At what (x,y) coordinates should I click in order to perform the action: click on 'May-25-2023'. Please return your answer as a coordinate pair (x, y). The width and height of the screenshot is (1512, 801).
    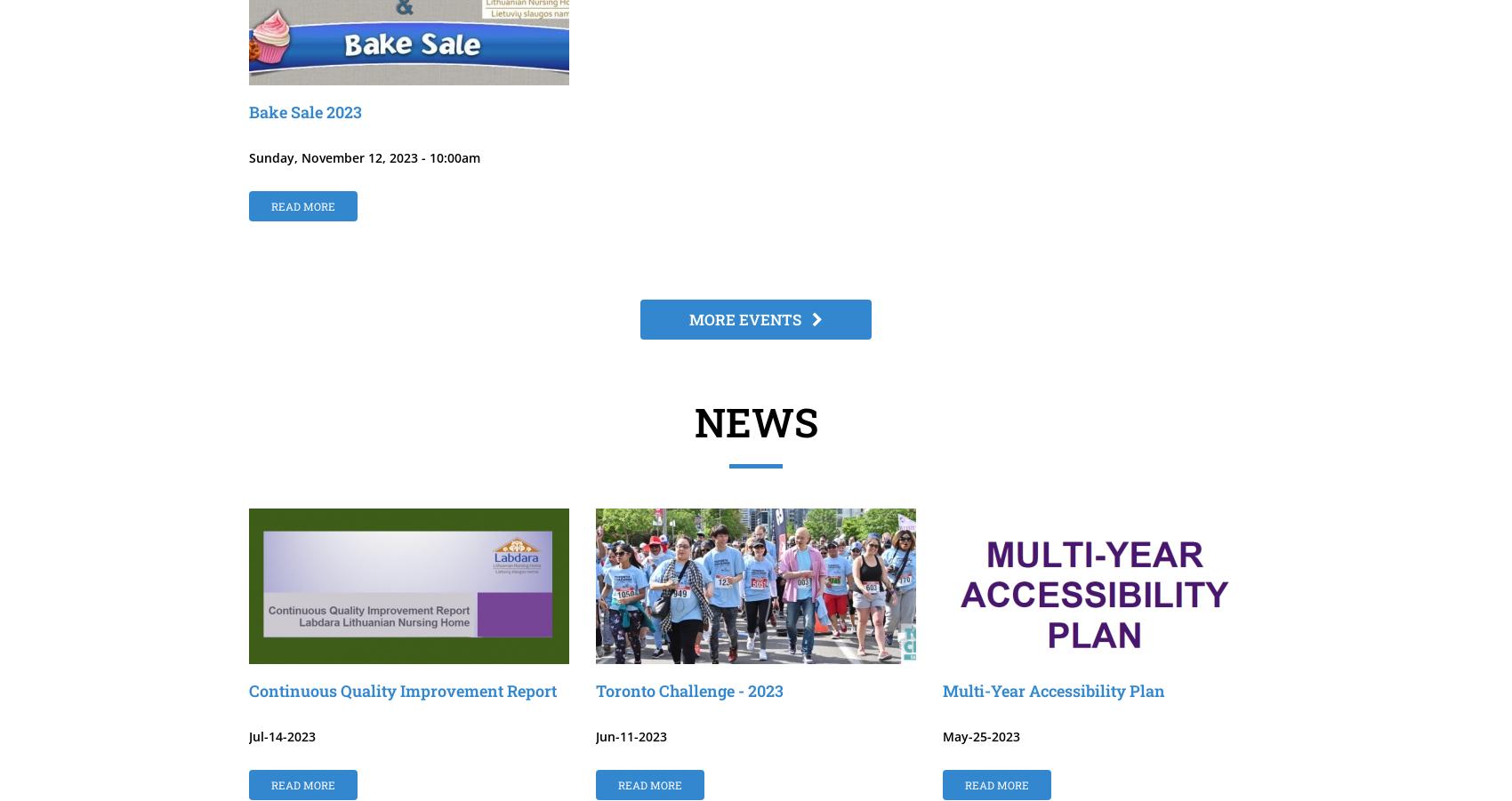
    Looking at the image, I should click on (941, 736).